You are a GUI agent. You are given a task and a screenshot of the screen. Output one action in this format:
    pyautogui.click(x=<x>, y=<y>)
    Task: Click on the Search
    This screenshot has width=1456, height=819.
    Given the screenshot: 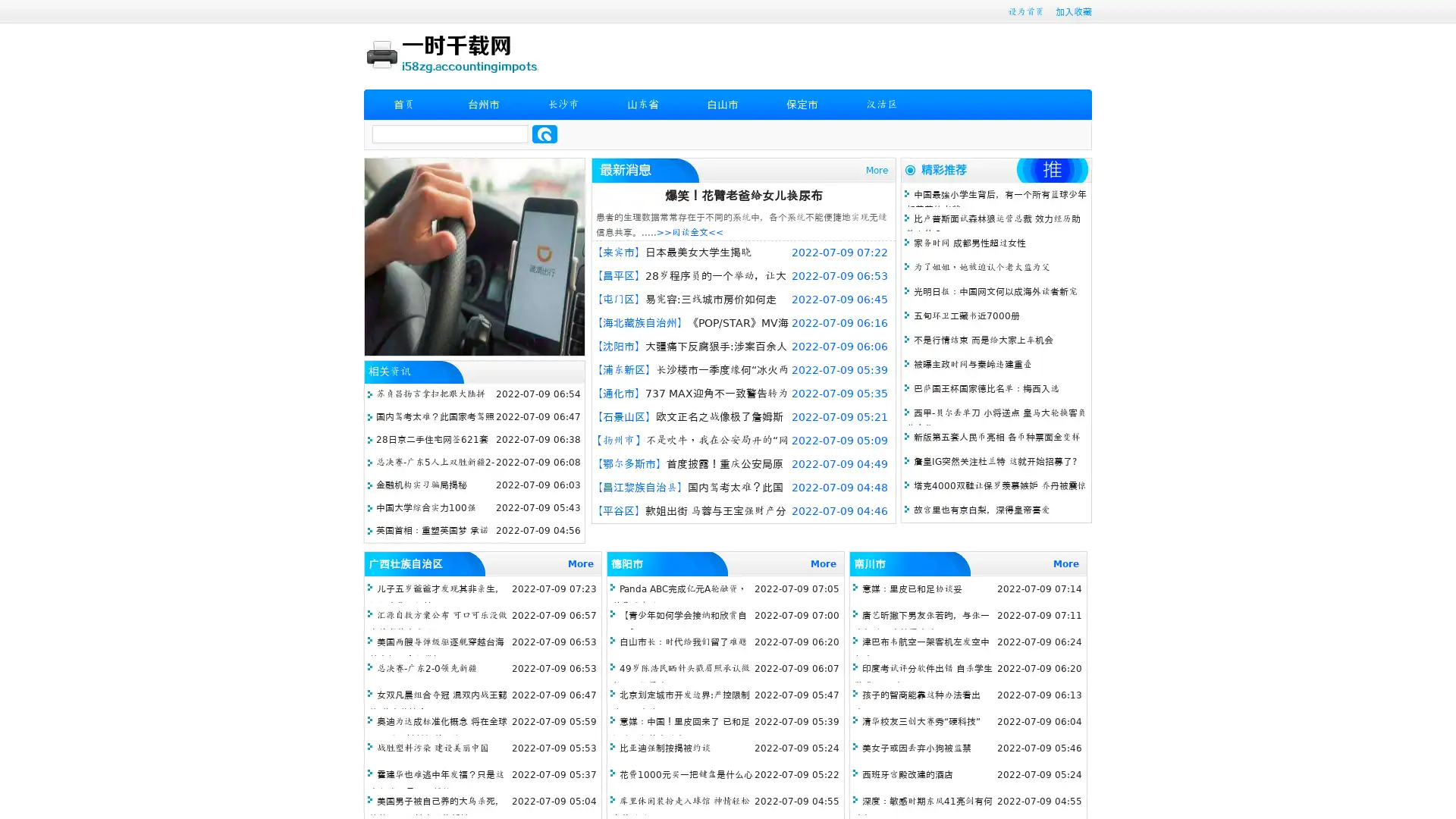 What is the action you would take?
    pyautogui.click(x=544, y=133)
    